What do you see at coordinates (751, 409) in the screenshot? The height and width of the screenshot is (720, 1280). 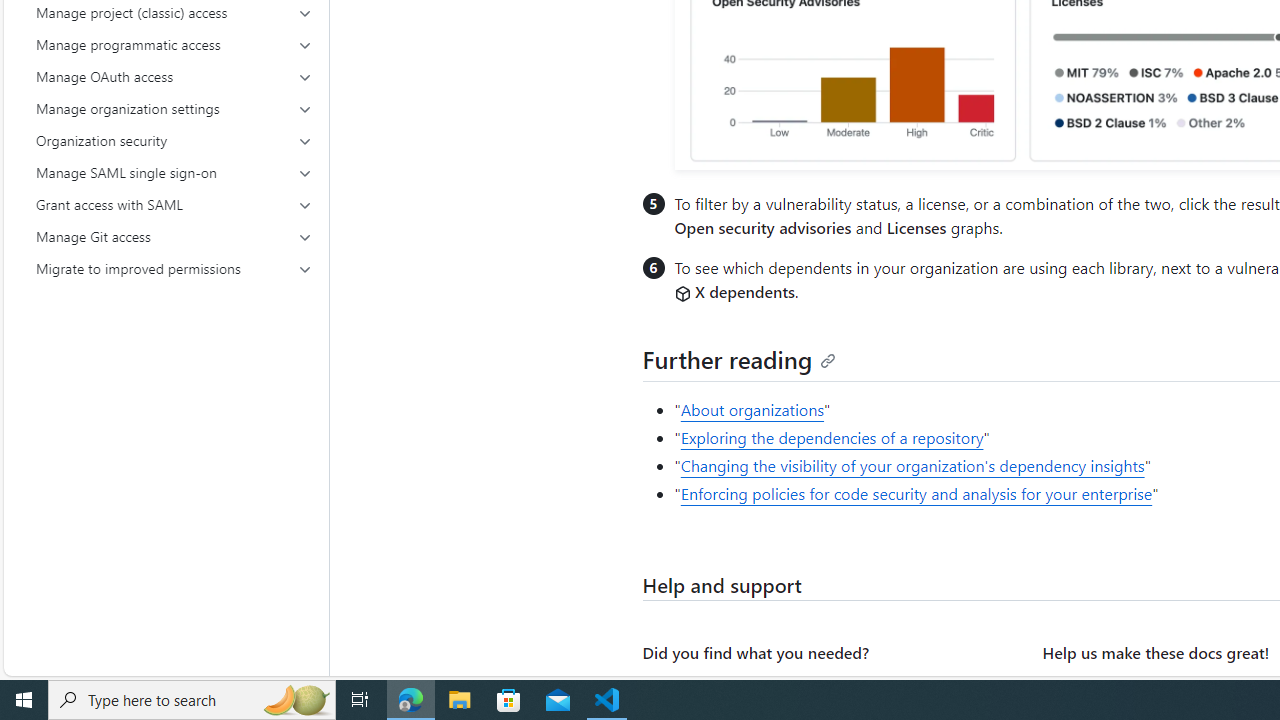 I see `'About organizations'` at bounding box center [751, 409].